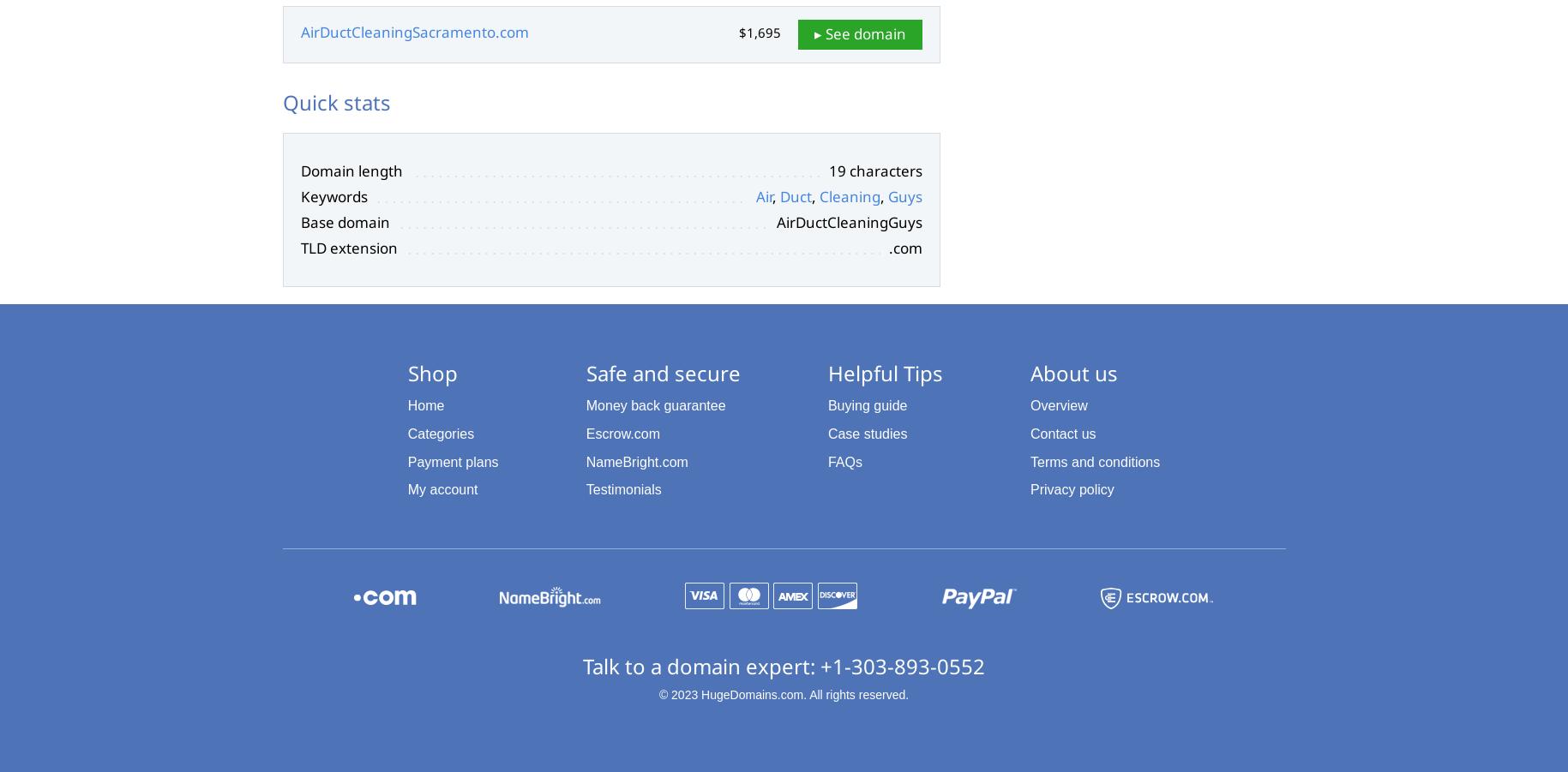 The height and width of the screenshot is (772, 1568). I want to click on 'FAQs', so click(826, 461).